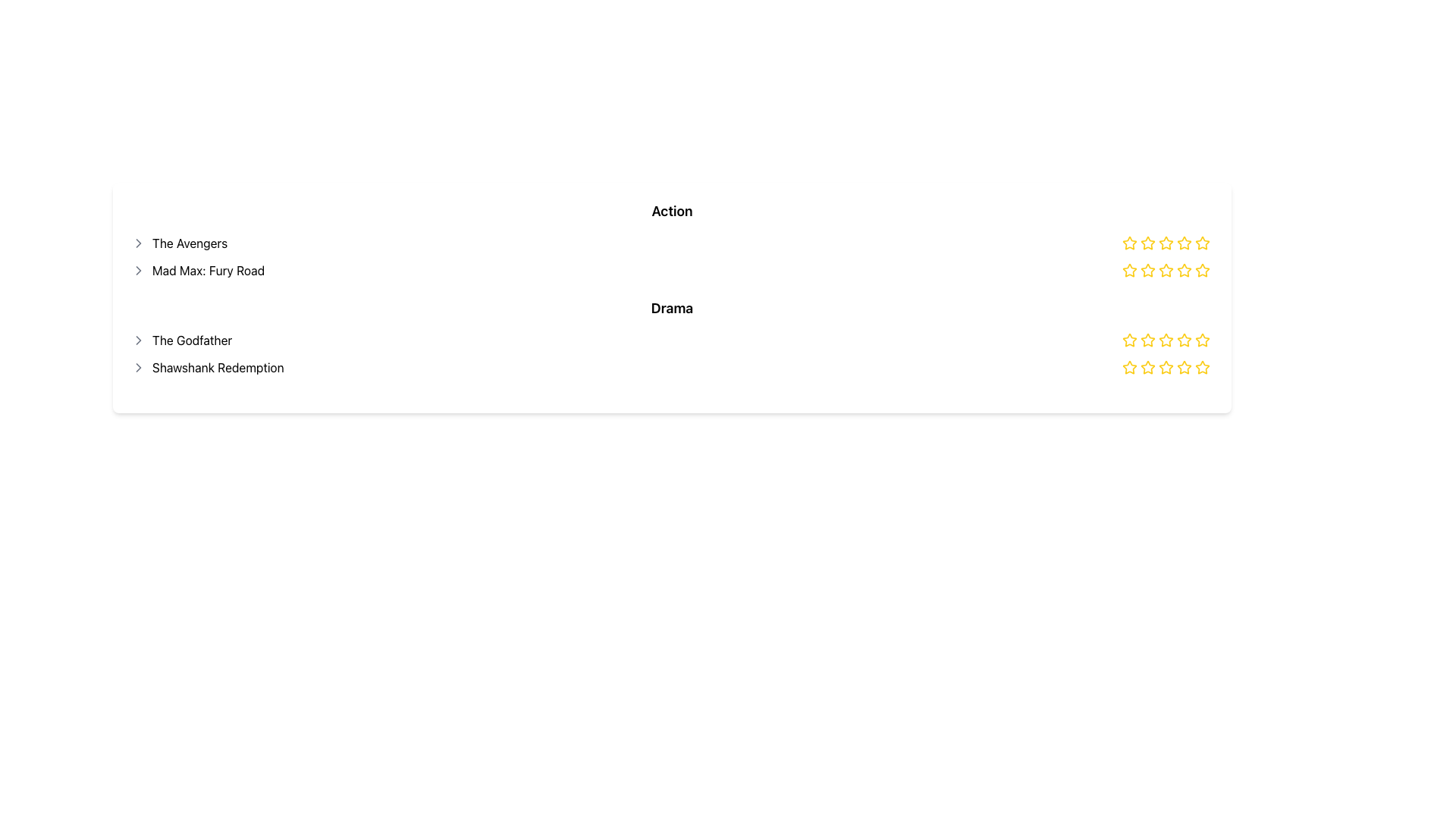 The width and height of the screenshot is (1456, 819). I want to click on the third star icon in the second row of the star-based rating component to provide a rating for 'Mad Max: Fury Road', so click(1128, 268).